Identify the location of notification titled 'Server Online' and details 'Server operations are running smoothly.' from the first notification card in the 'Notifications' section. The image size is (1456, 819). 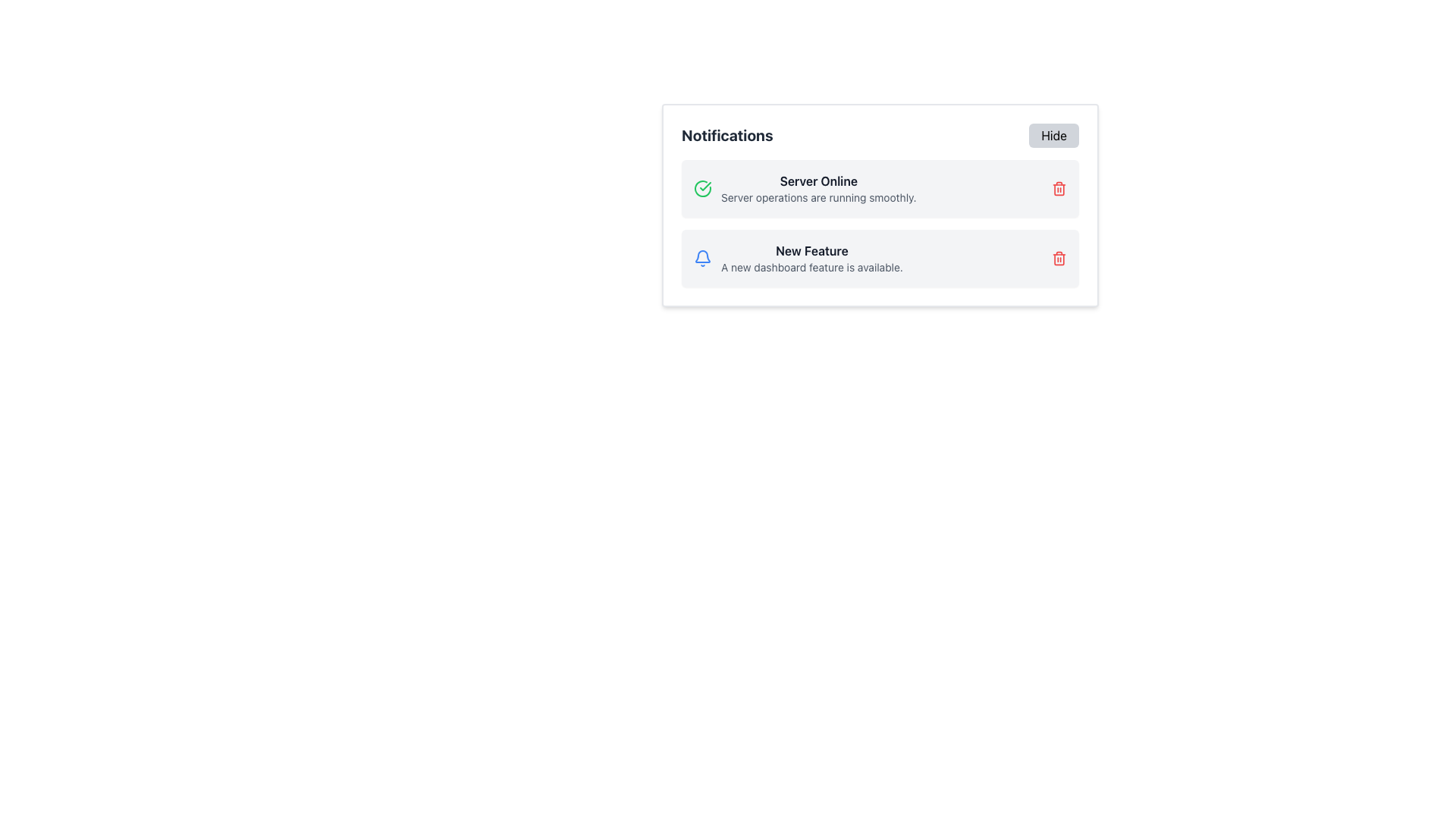
(880, 205).